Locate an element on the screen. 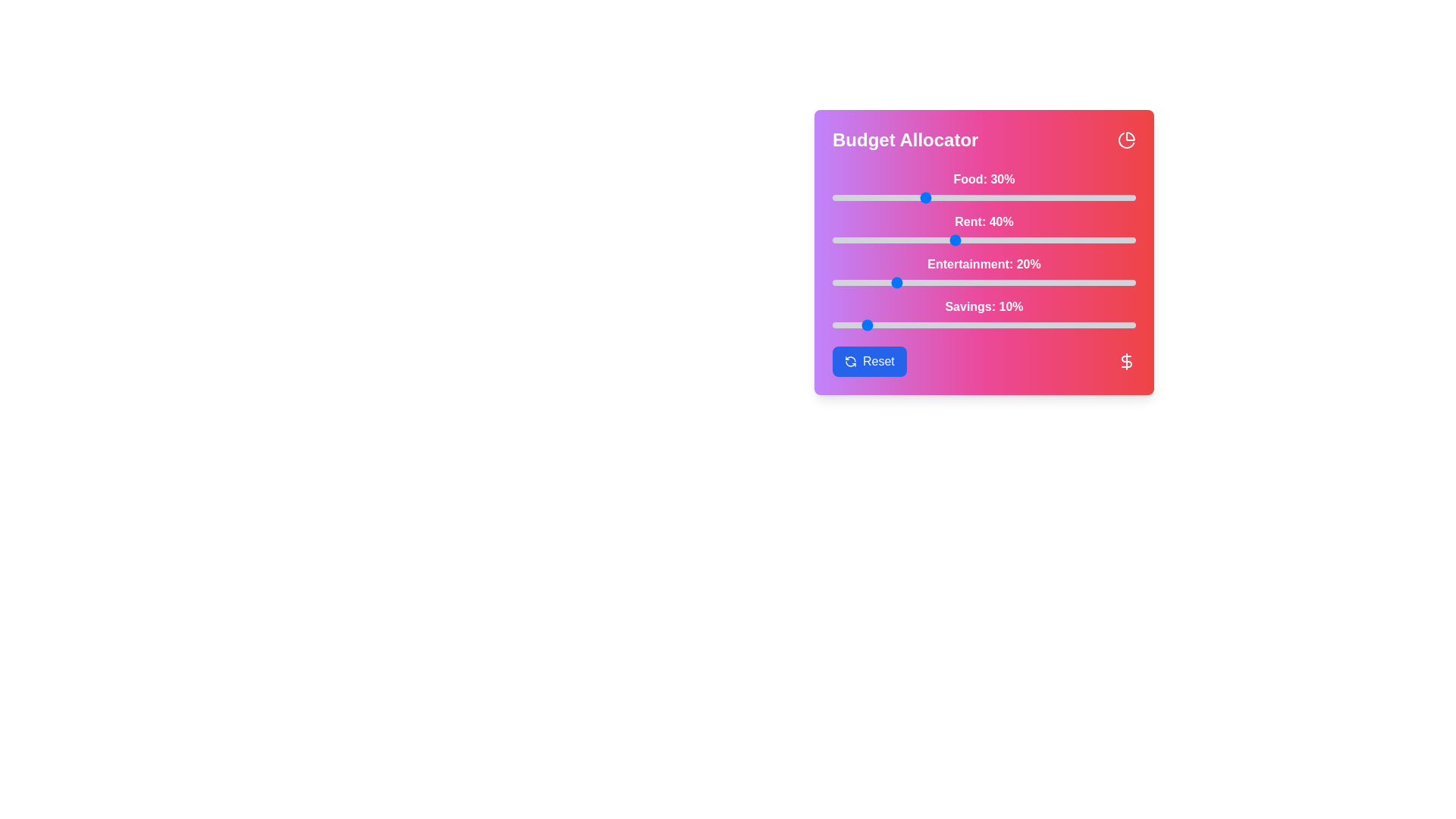  the interactive slider labeled 'Entertainment: 20%' which is positioned centrally below 'Rent: 40%' and above 'Savings: 10%' is located at coordinates (984, 270).